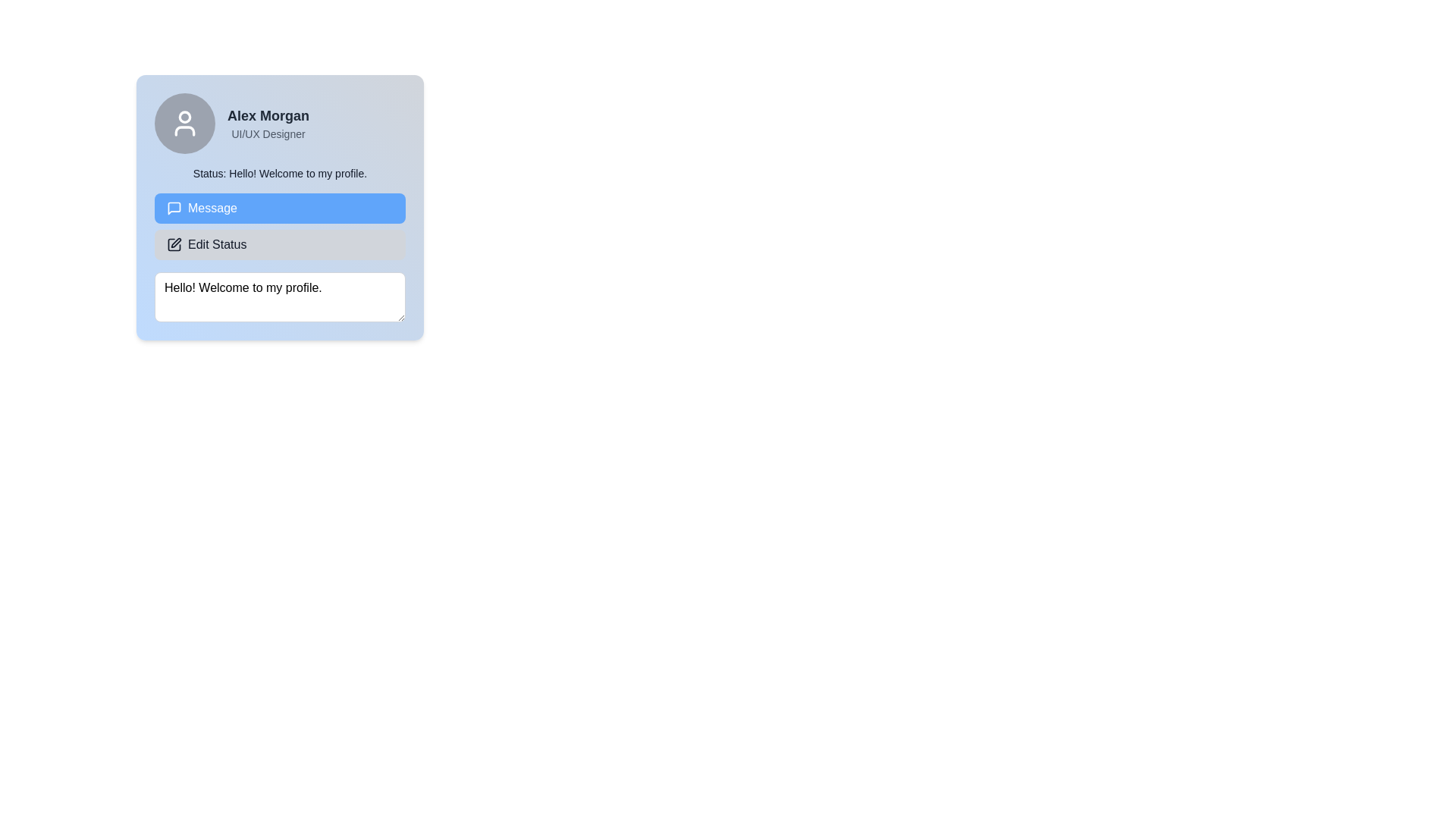  Describe the element at coordinates (184, 122) in the screenshot. I see `the user avatar icon, which is depicted with a circular outline and a simplified user figure in white, located within a gray circular background near the top-left of the user interface card` at that location.